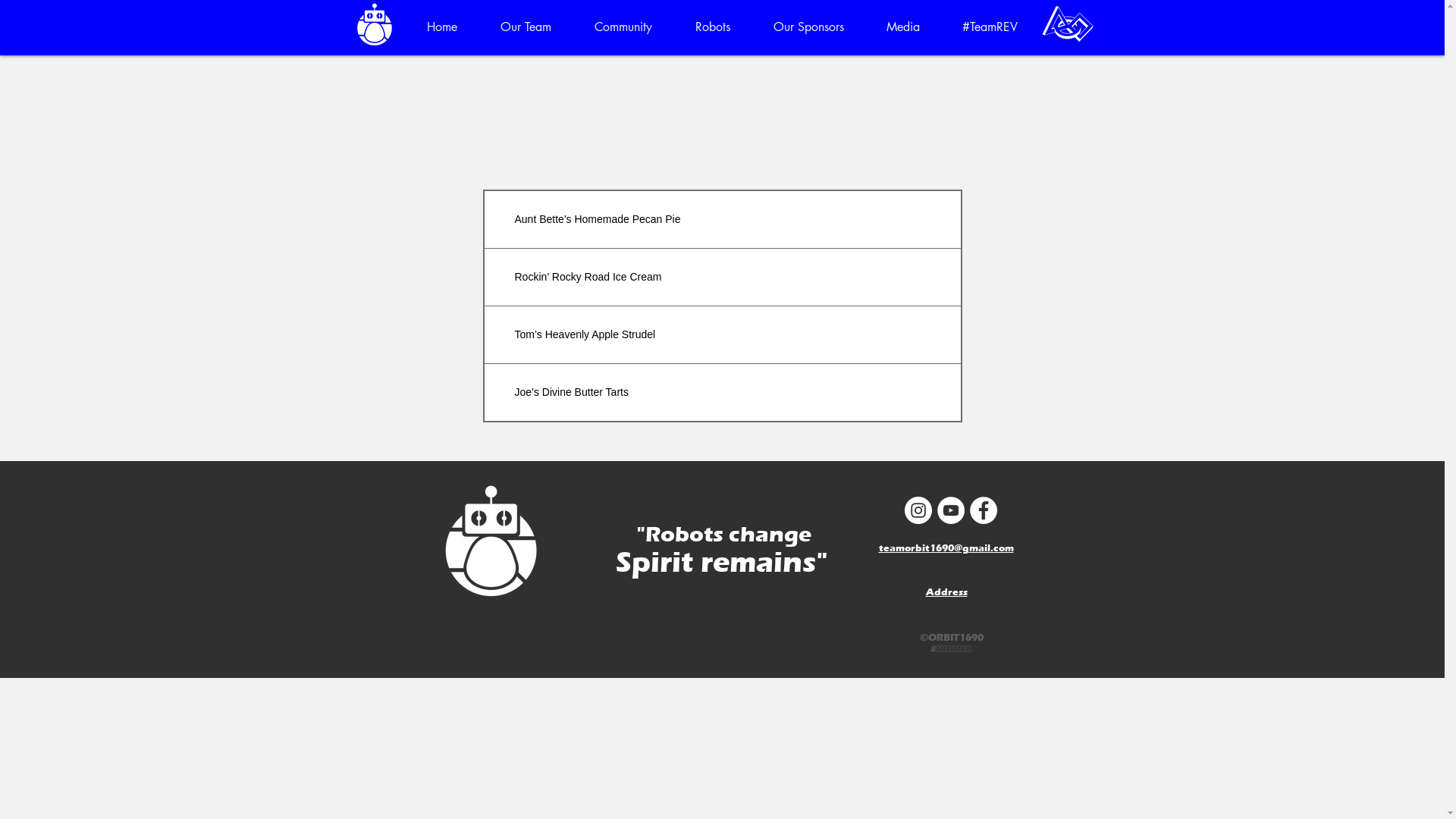 The width and height of the screenshot is (1456, 819). Describe the element at coordinates (526, 27) in the screenshot. I see `'Our Team'` at that location.